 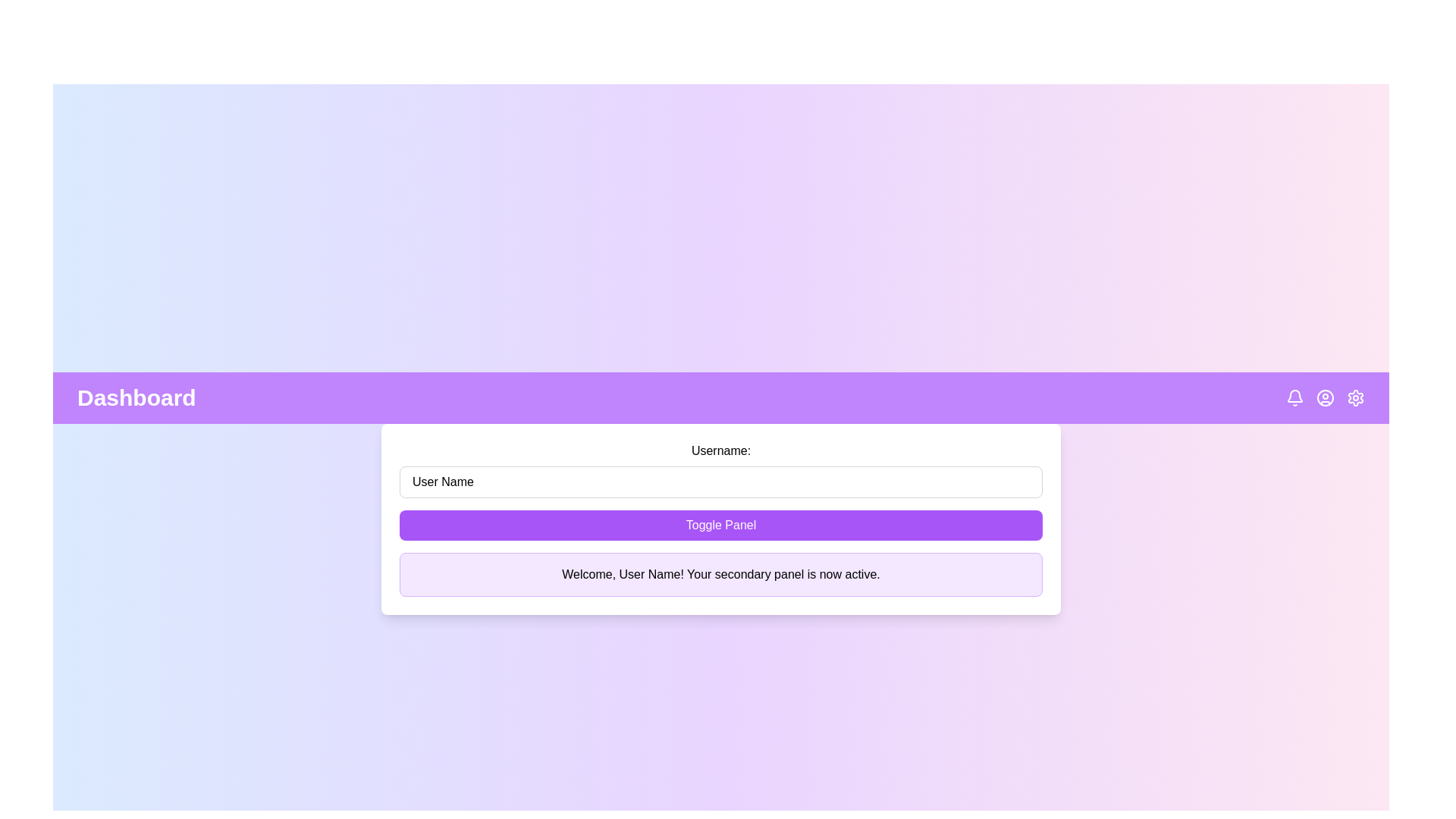 What do you see at coordinates (1324, 397) in the screenshot?
I see `the circular user profile icon located on the right end of the top purple navigation bar` at bounding box center [1324, 397].